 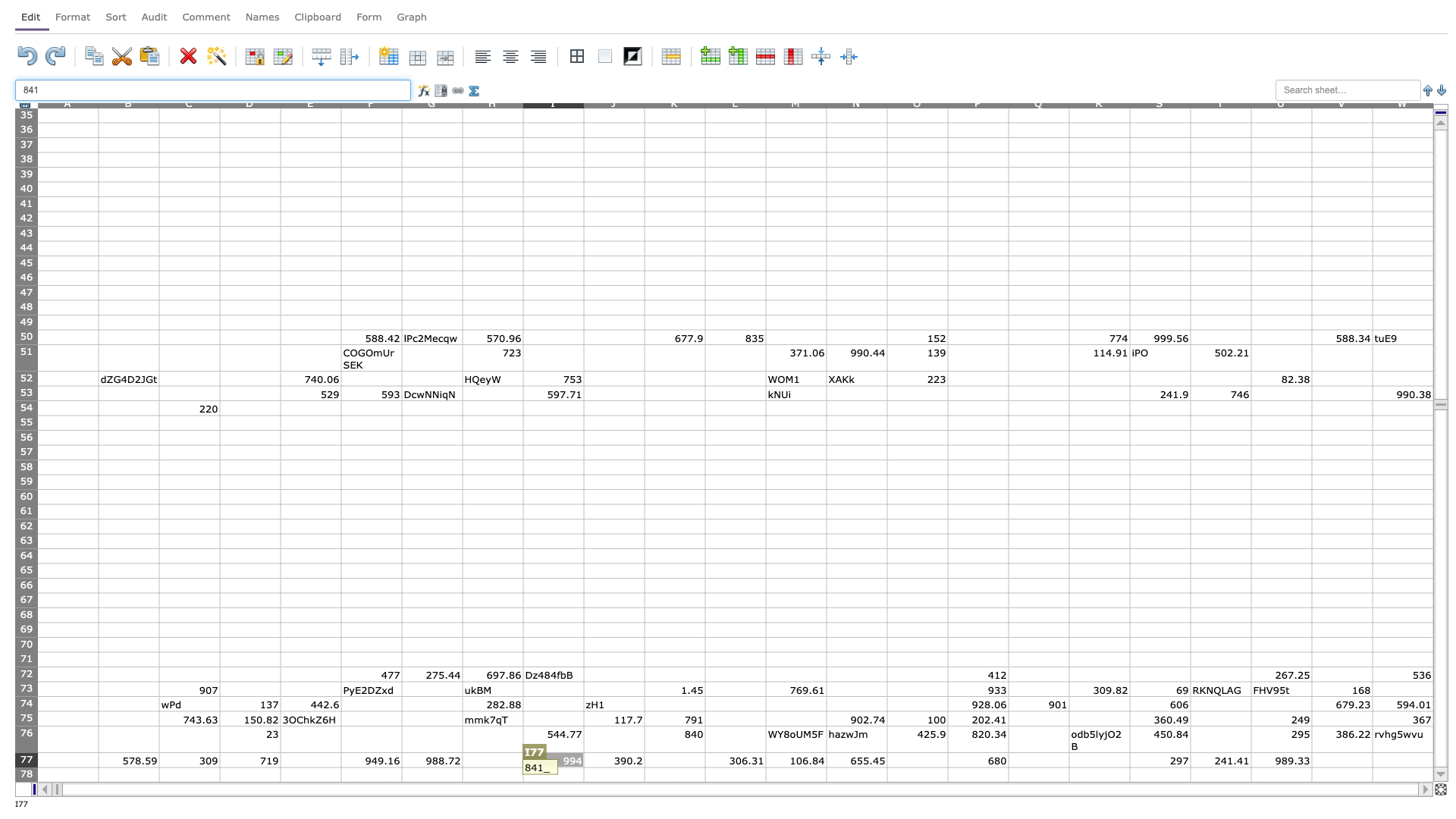 What do you see at coordinates (582, 767) in the screenshot?
I see `Top left corner of cell J-78` at bounding box center [582, 767].